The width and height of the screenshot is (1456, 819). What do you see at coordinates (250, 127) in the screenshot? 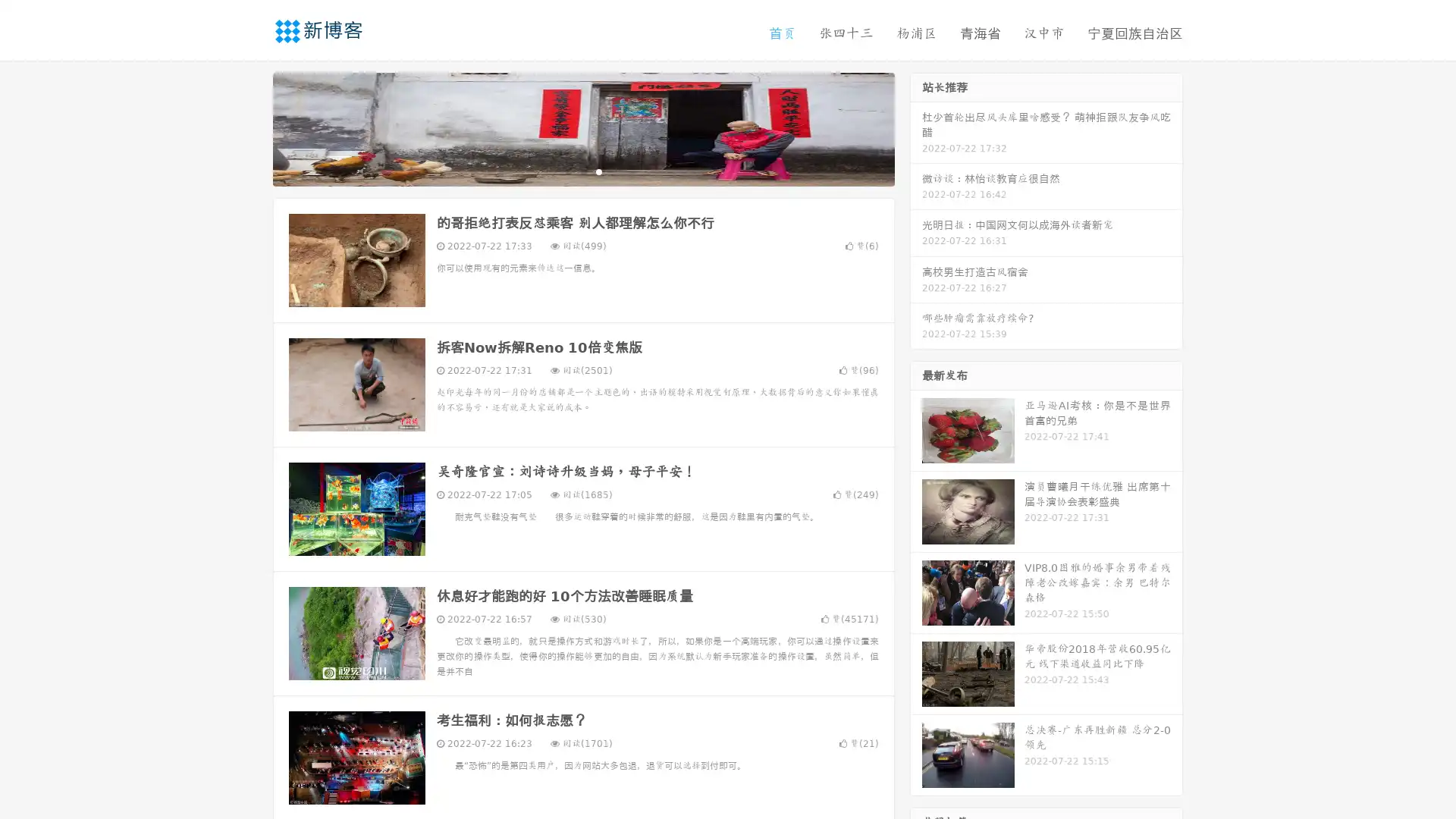
I see `Previous slide` at bounding box center [250, 127].